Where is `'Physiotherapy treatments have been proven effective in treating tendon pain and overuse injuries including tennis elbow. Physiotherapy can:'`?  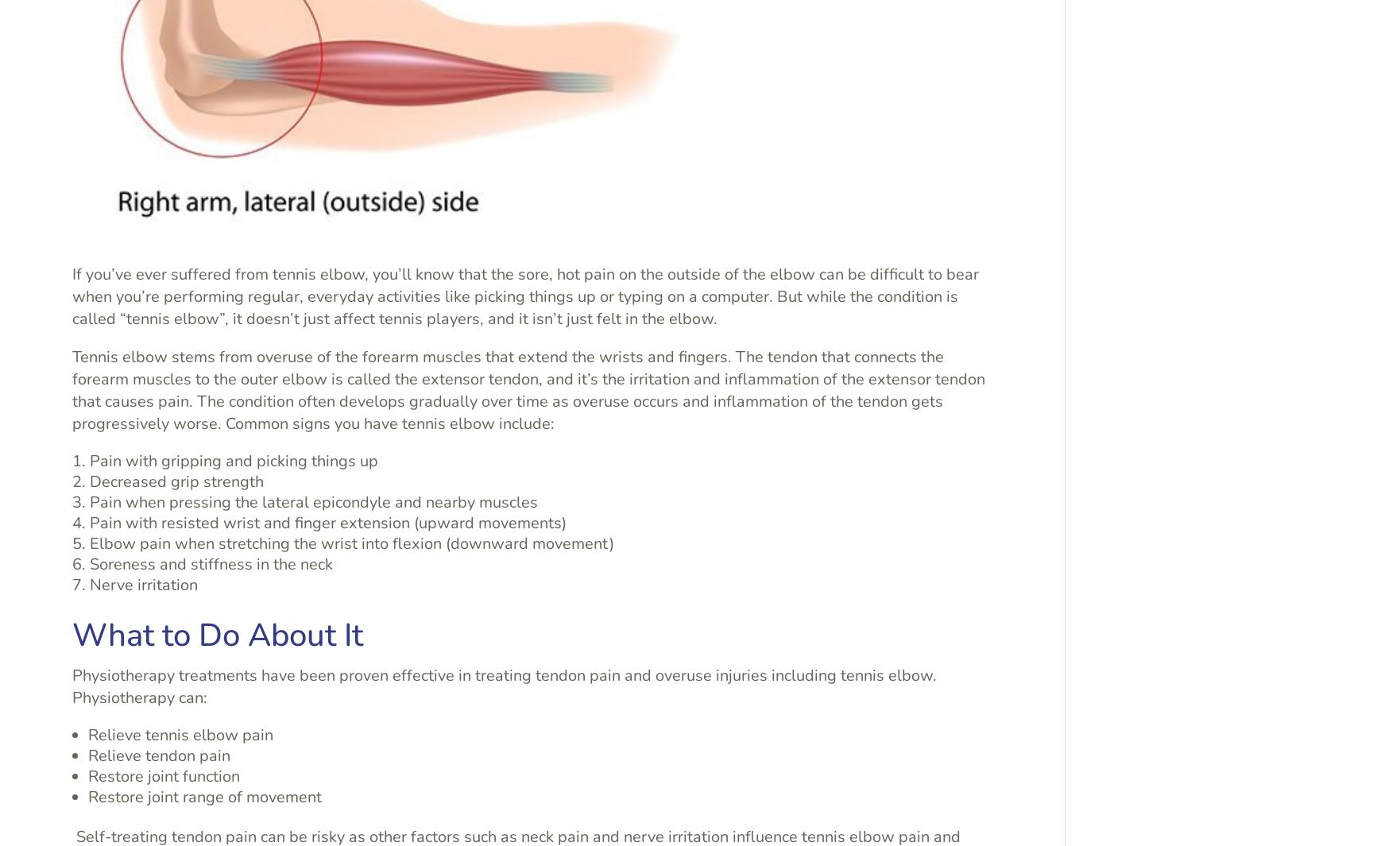
'Physiotherapy treatments have been proven effective in treating tendon pain and overuse injuries including tennis elbow. Physiotherapy can:' is located at coordinates (504, 686).